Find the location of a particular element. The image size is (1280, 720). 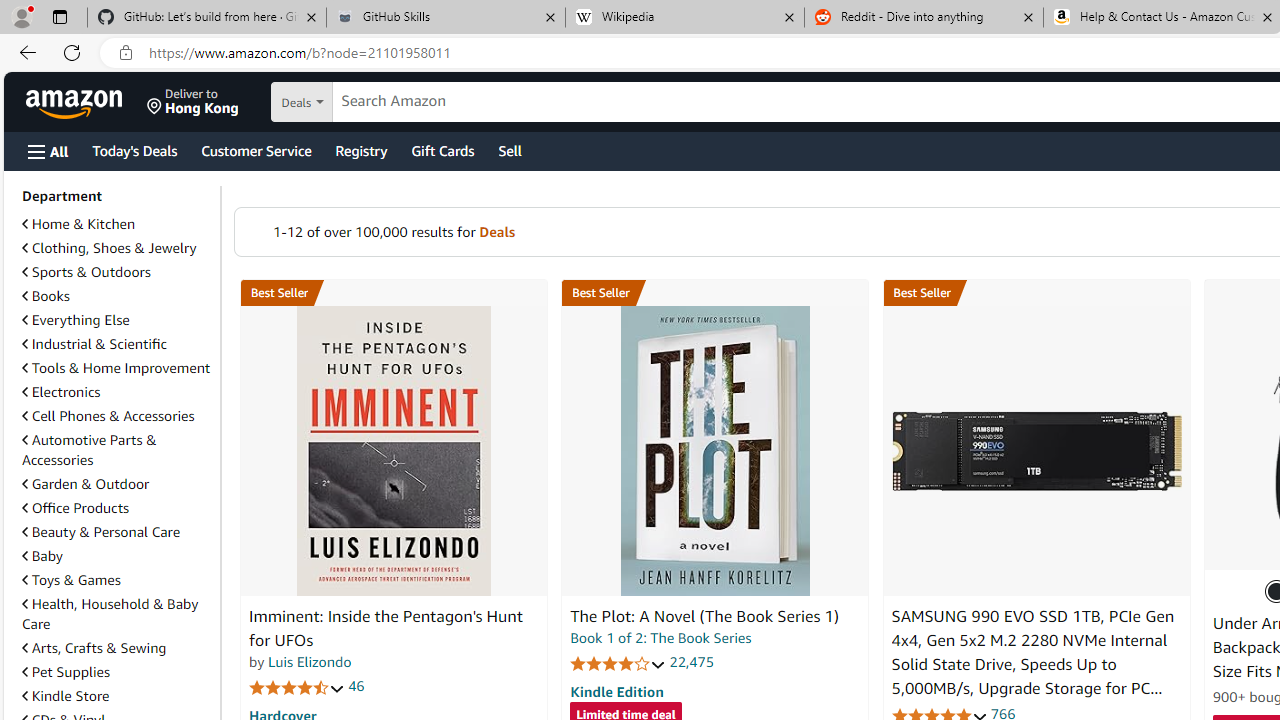

'46' is located at coordinates (356, 685).